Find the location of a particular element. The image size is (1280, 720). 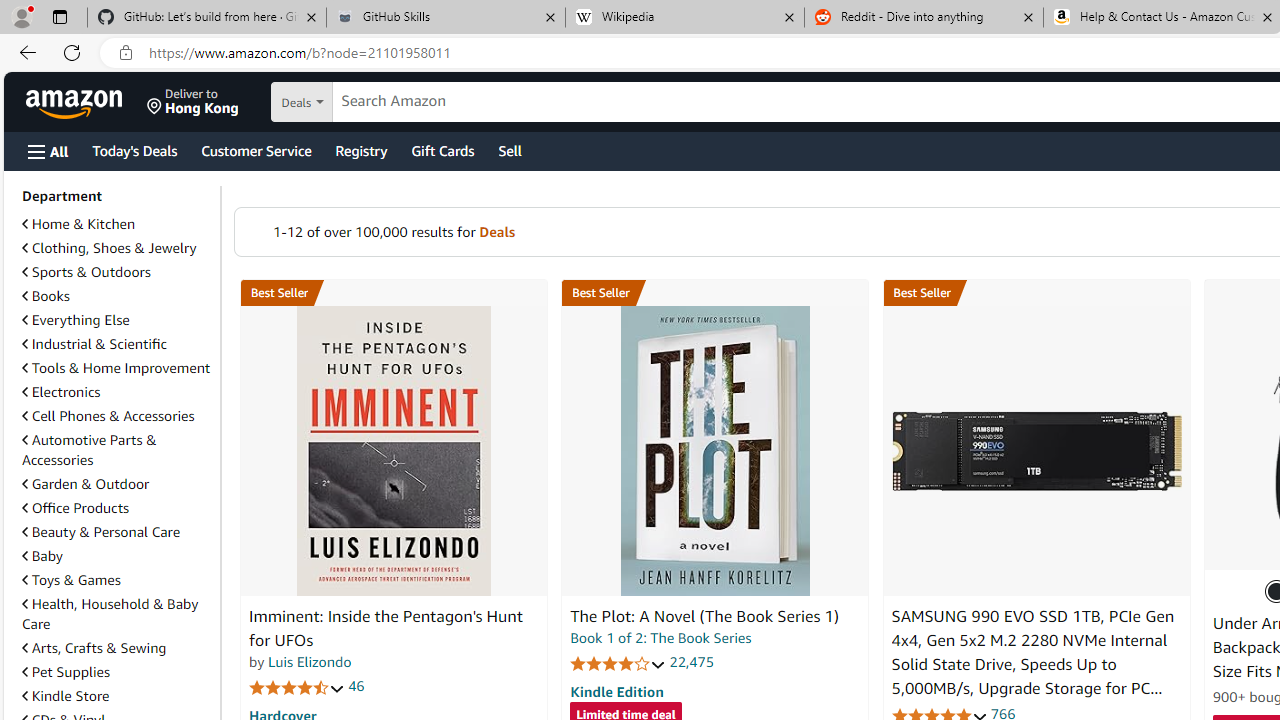

'46' is located at coordinates (356, 685).